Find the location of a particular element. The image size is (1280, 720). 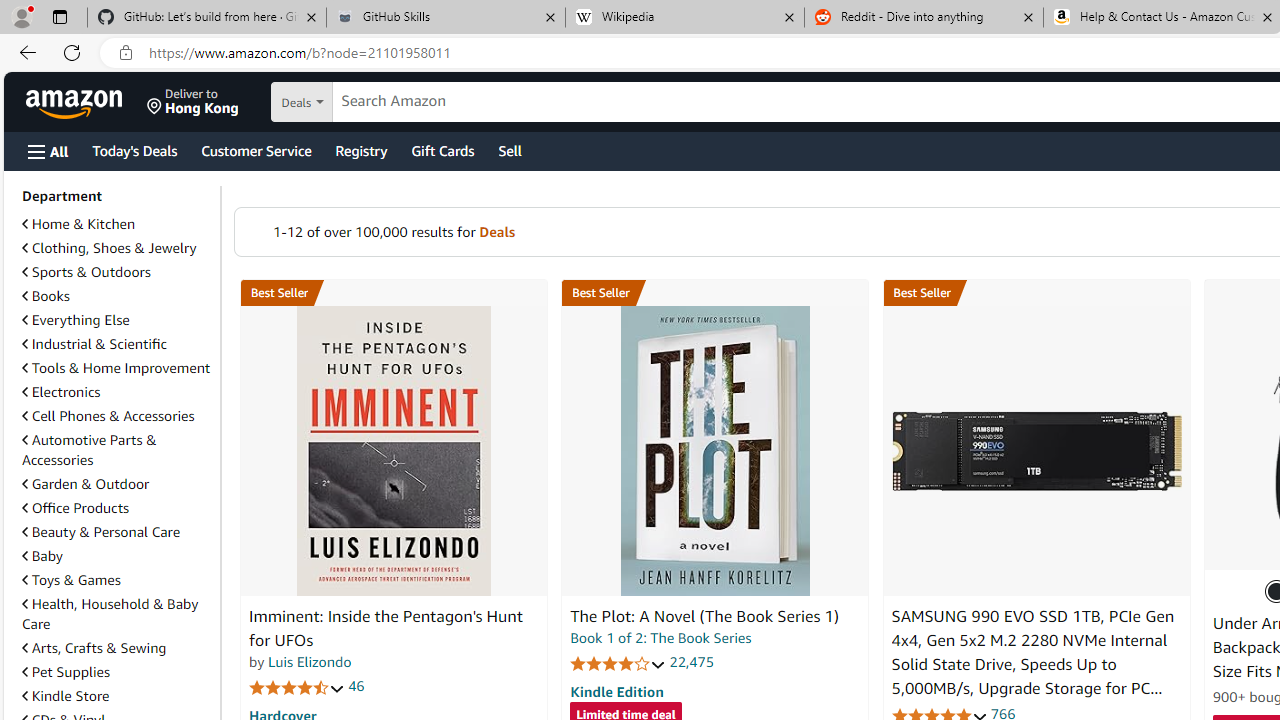

'46' is located at coordinates (356, 685).